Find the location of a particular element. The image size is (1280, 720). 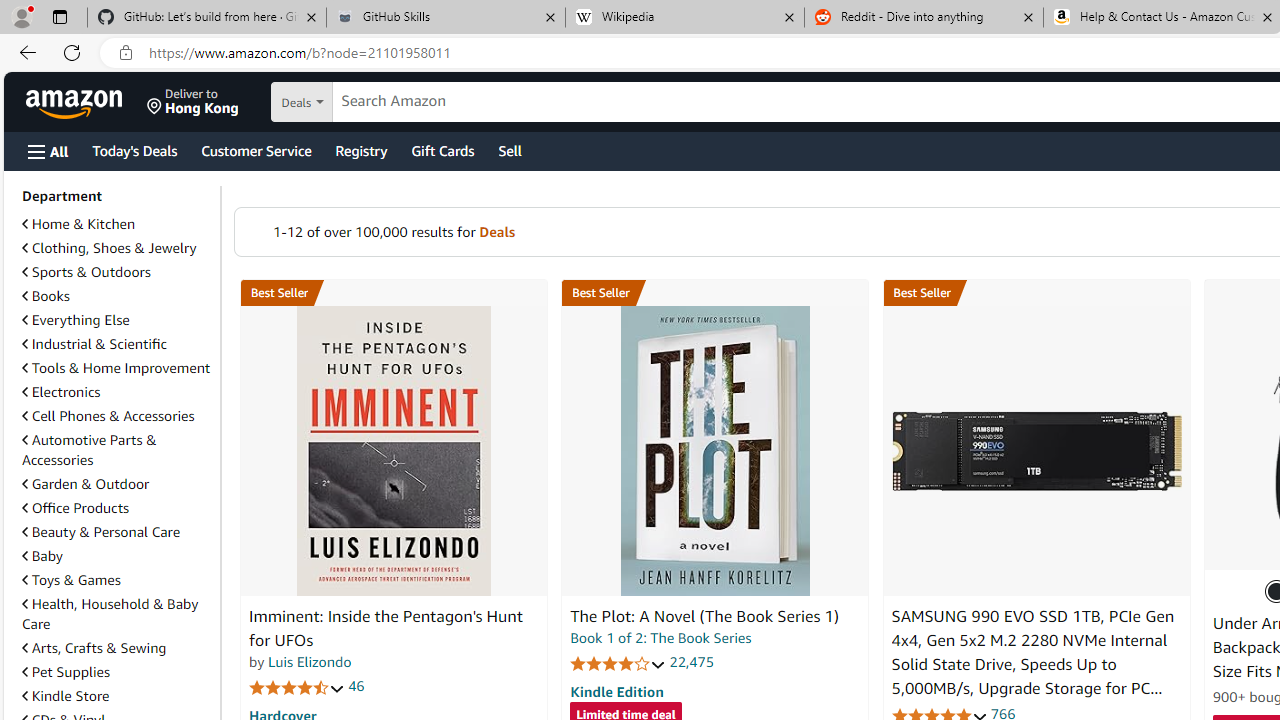

'46' is located at coordinates (356, 685).